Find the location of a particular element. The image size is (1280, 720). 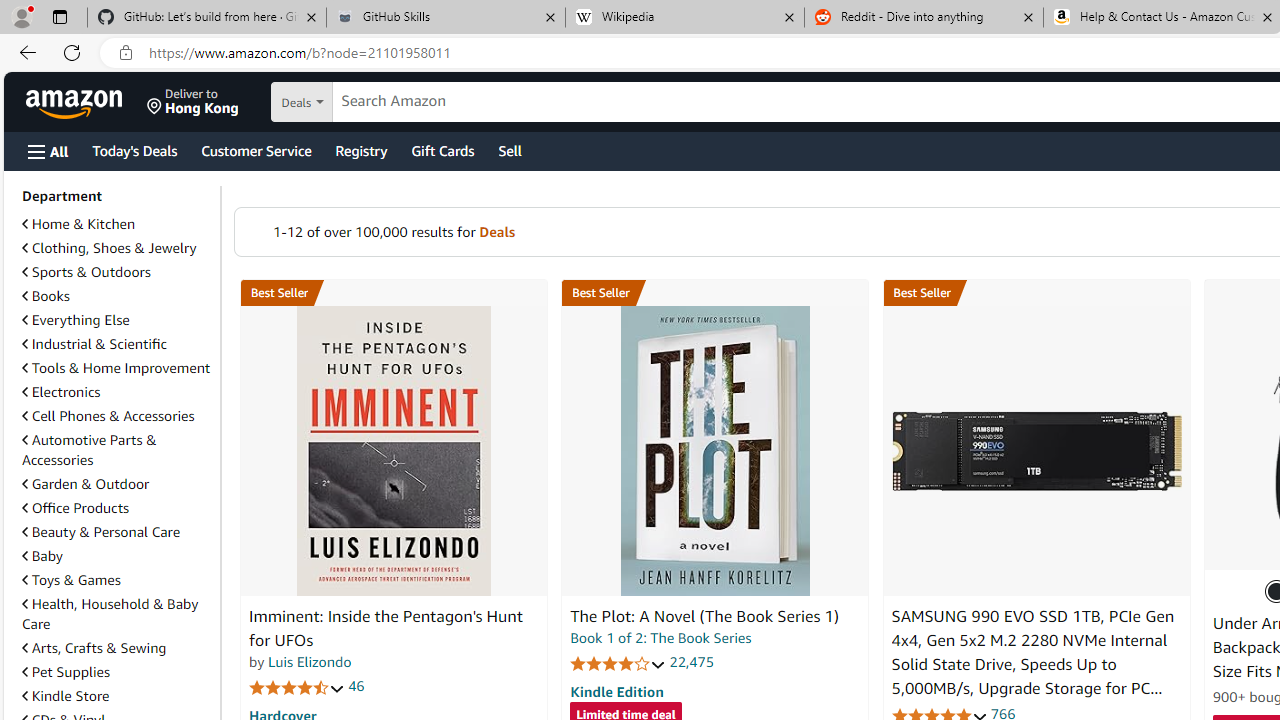

'46' is located at coordinates (356, 685).